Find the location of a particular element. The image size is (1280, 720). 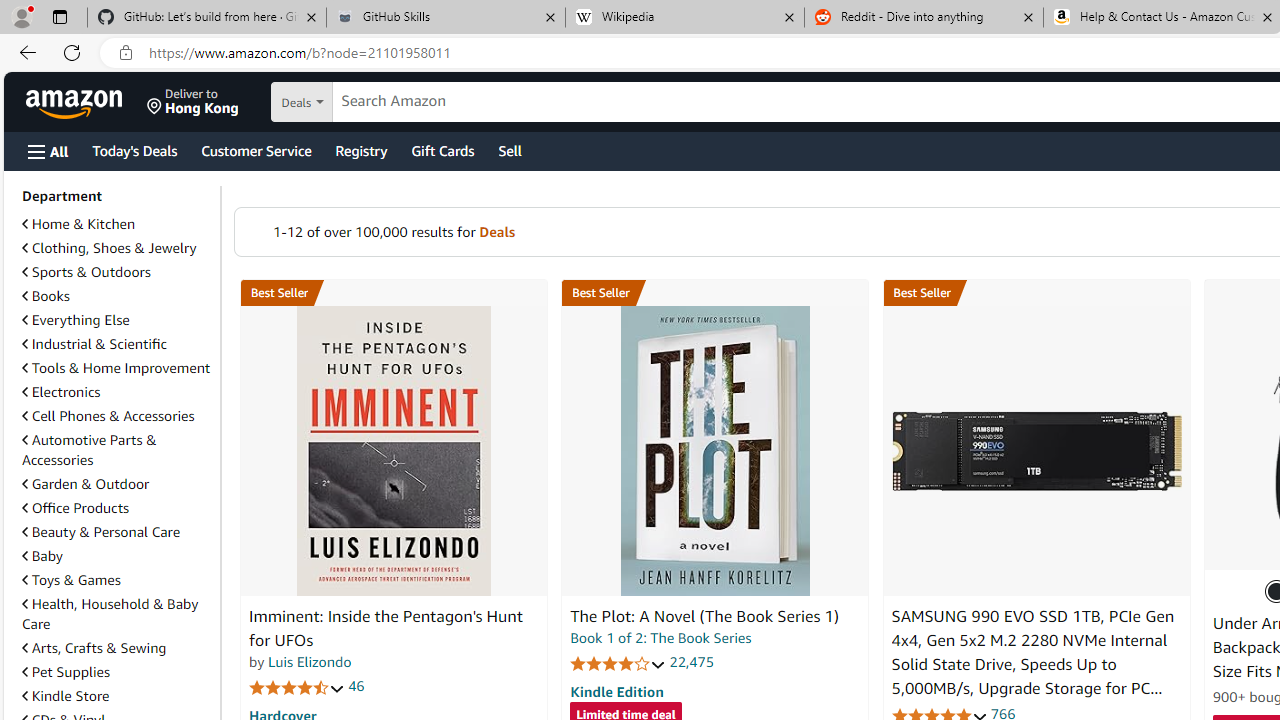

'46' is located at coordinates (356, 685).